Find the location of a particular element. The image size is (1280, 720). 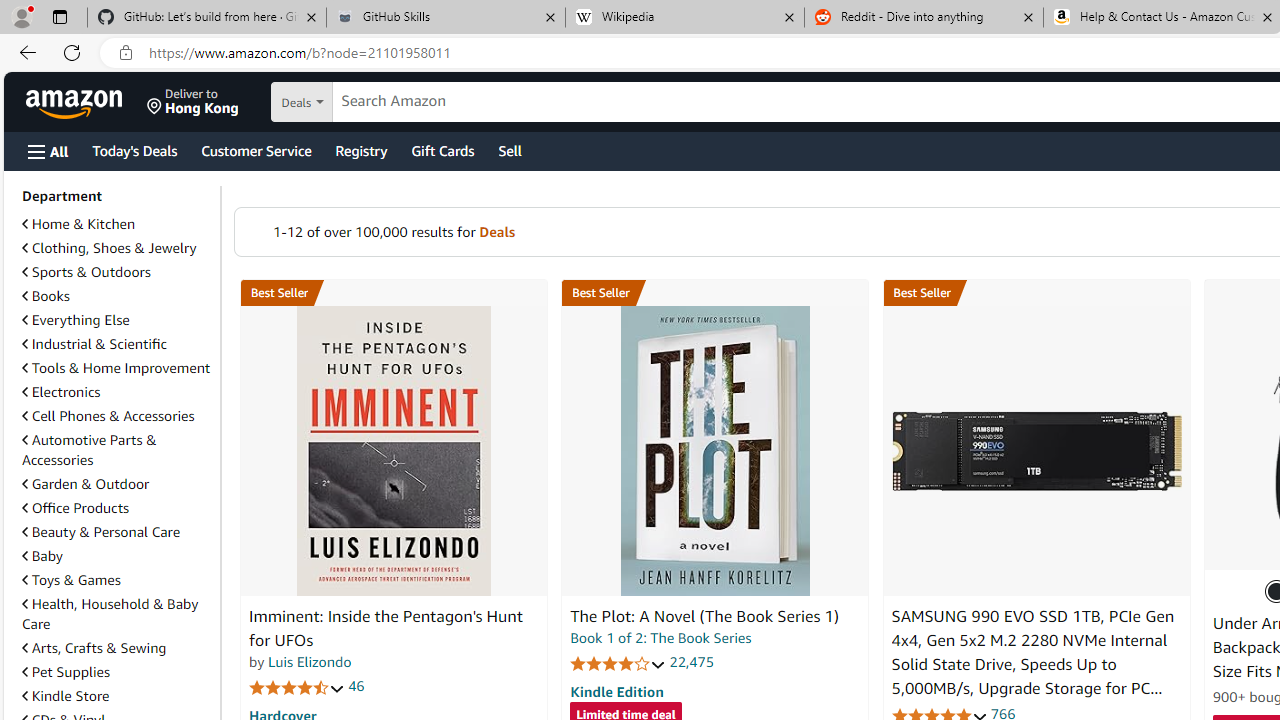

'46' is located at coordinates (356, 685).